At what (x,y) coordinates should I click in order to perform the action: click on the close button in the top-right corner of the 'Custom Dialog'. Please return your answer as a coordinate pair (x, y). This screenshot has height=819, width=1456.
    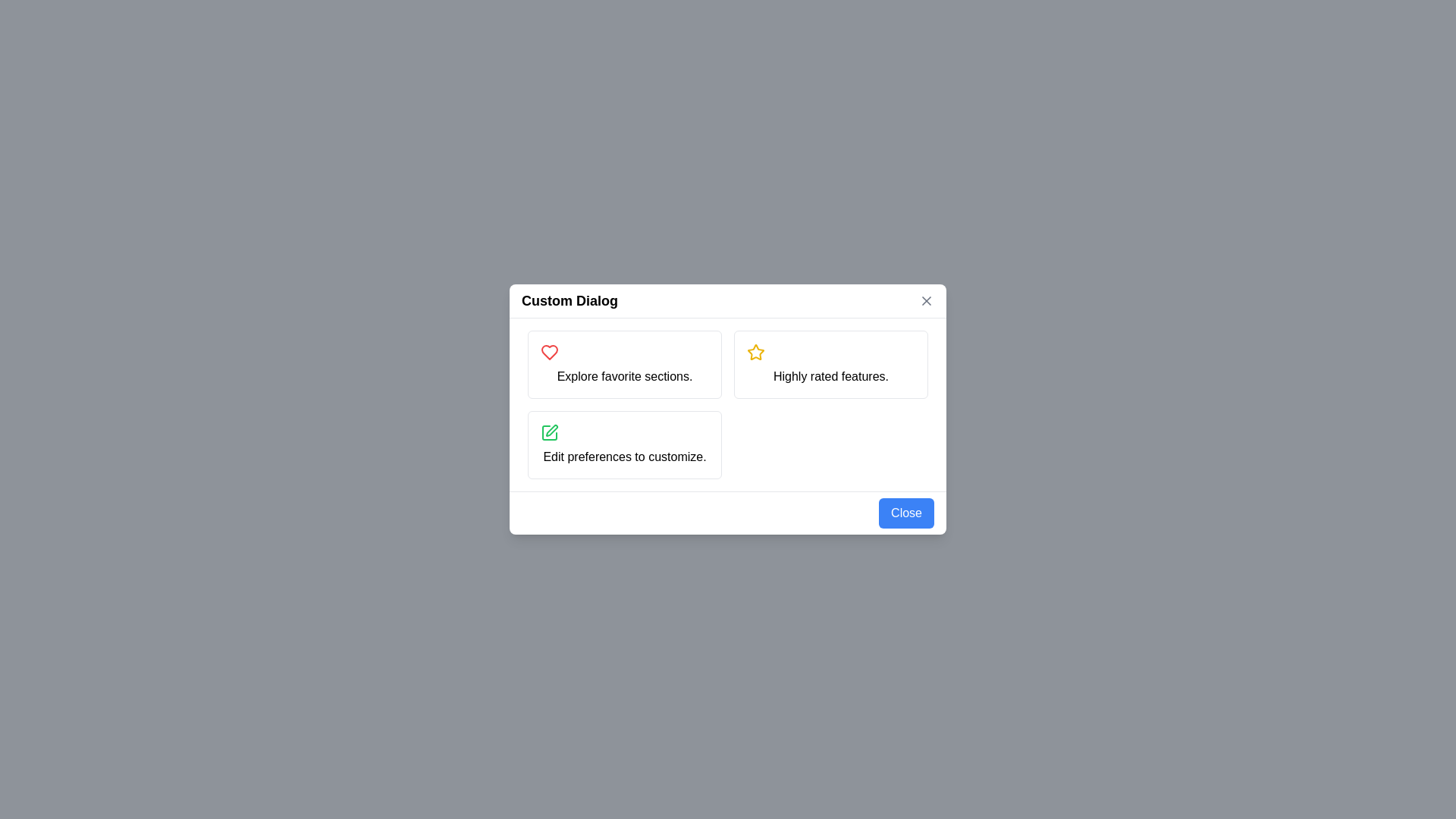
    Looking at the image, I should click on (926, 301).